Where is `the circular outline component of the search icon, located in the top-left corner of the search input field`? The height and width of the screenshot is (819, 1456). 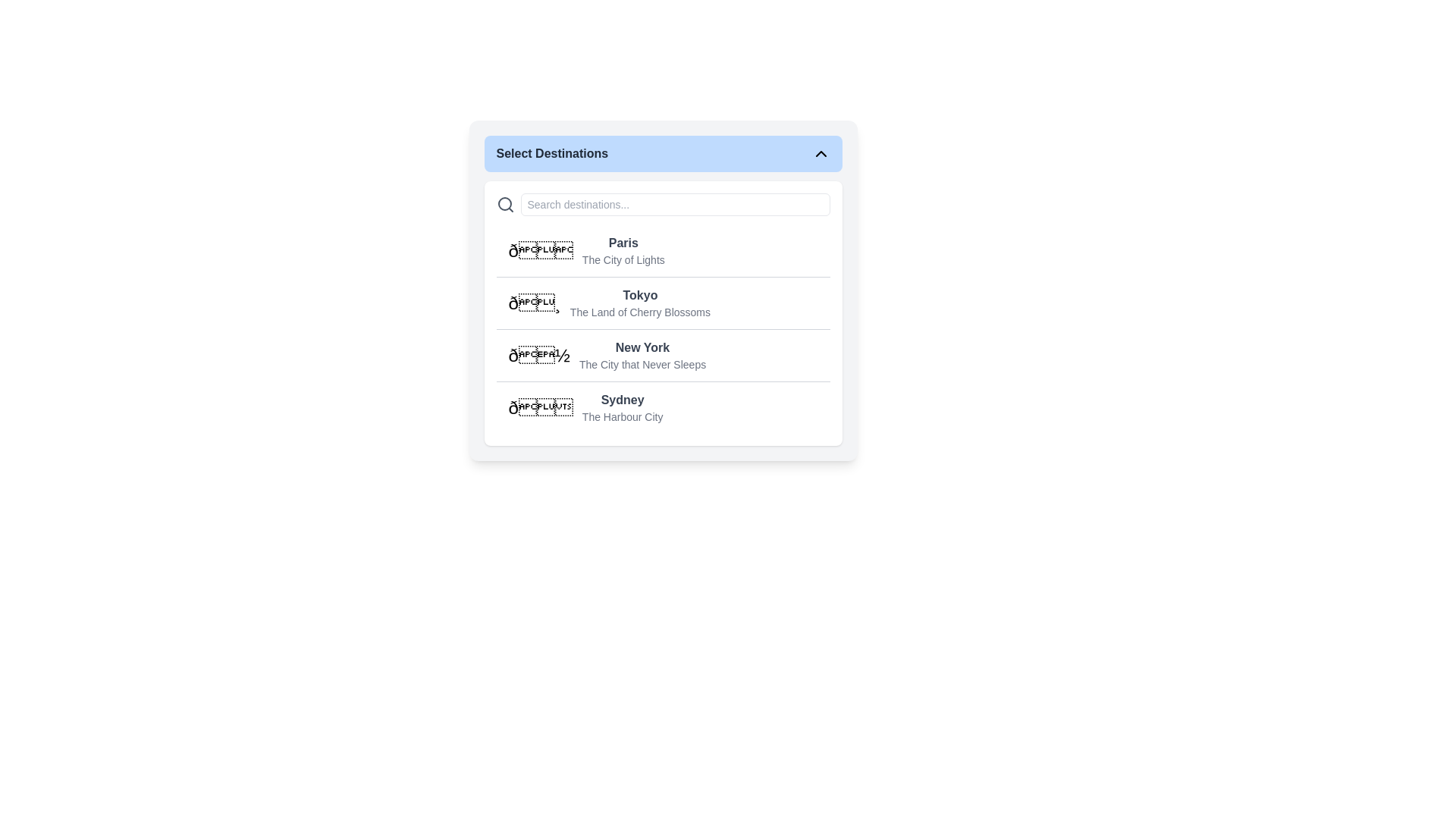 the circular outline component of the search icon, located in the top-left corner of the search input field is located at coordinates (504, 203).